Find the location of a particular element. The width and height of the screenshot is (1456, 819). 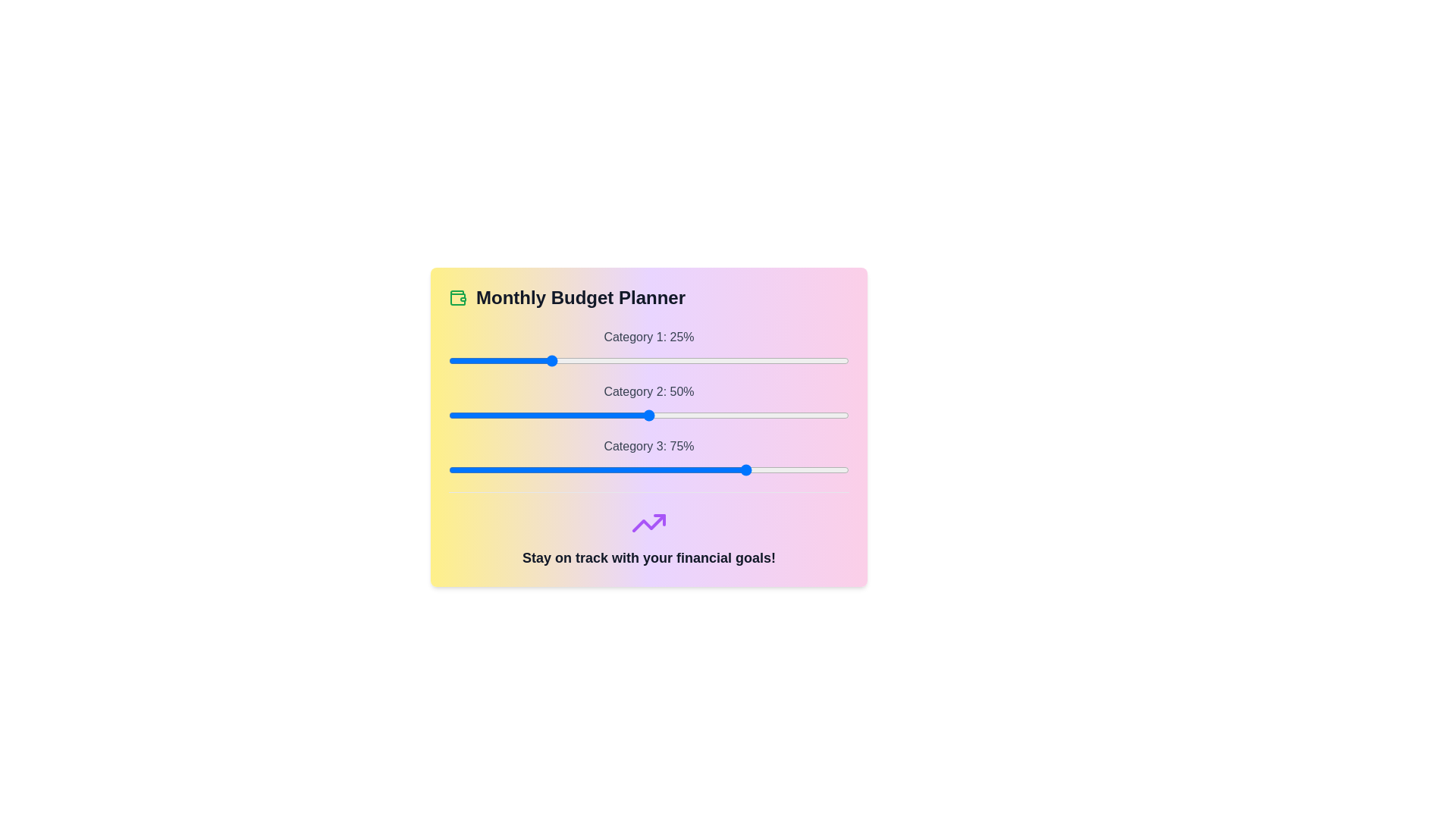

the slider for Category 2 to 5% is located at coordinates (468, 415).